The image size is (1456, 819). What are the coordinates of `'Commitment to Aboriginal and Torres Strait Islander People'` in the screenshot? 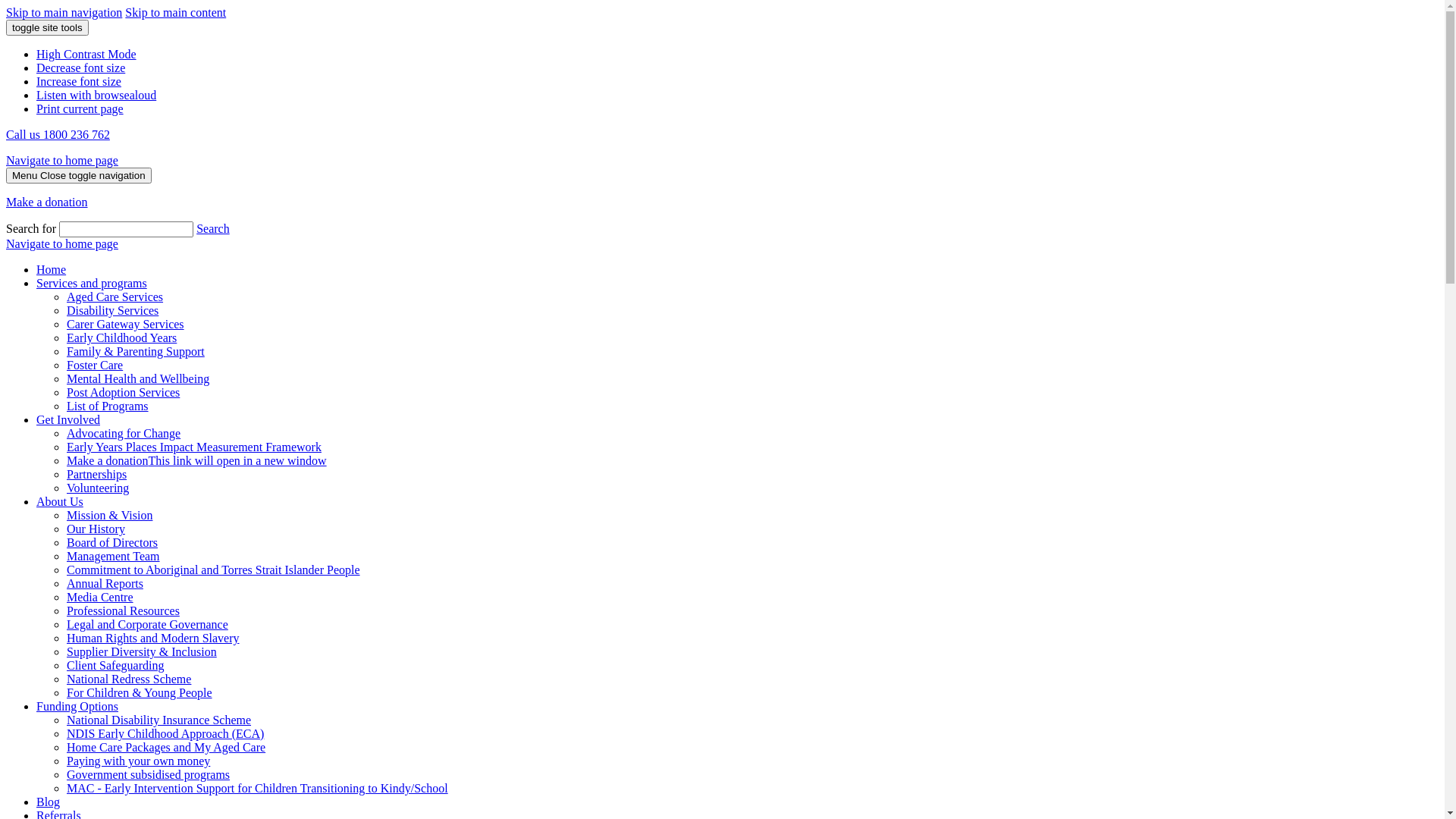 It's located at (212, 570).